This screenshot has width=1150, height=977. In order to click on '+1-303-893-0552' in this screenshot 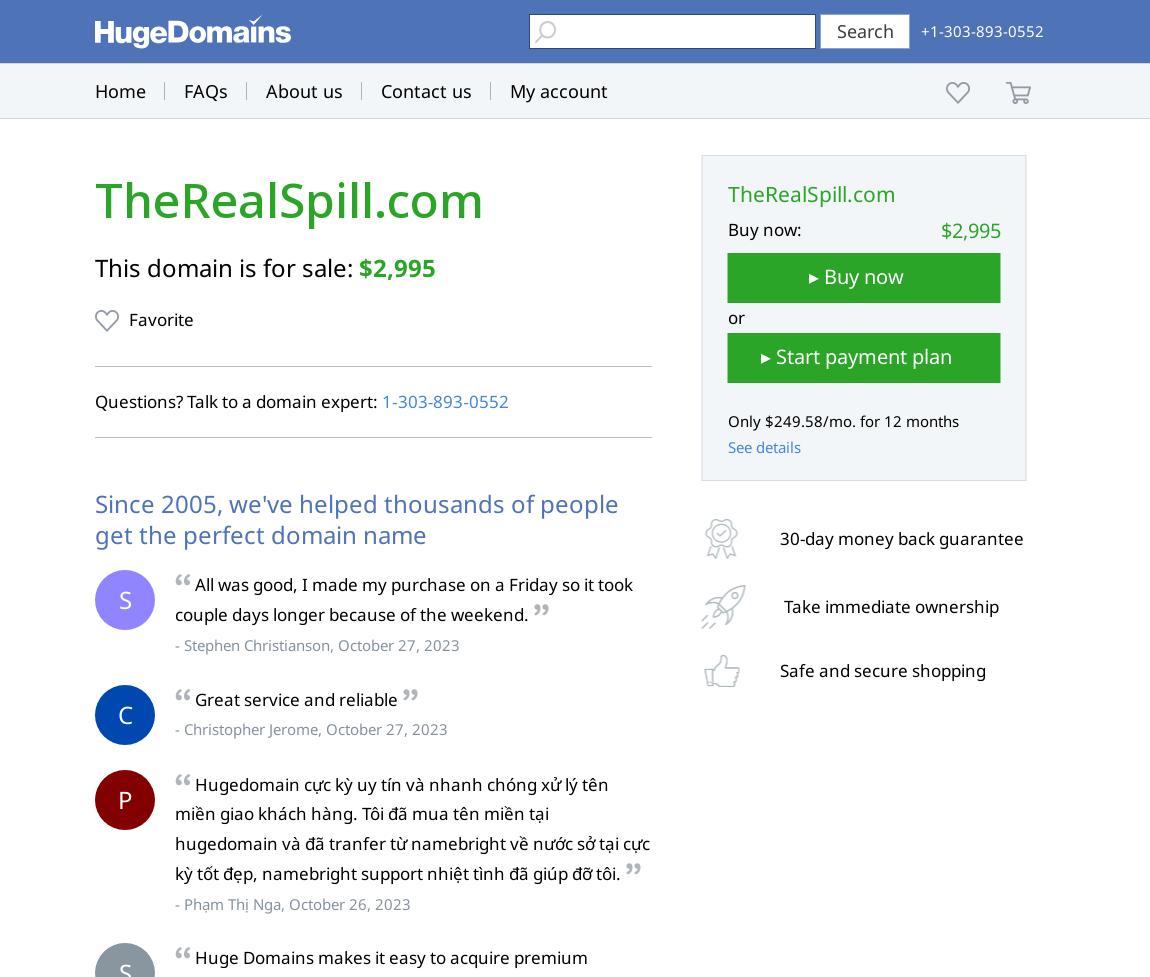, I will do `click(982, 30)`.